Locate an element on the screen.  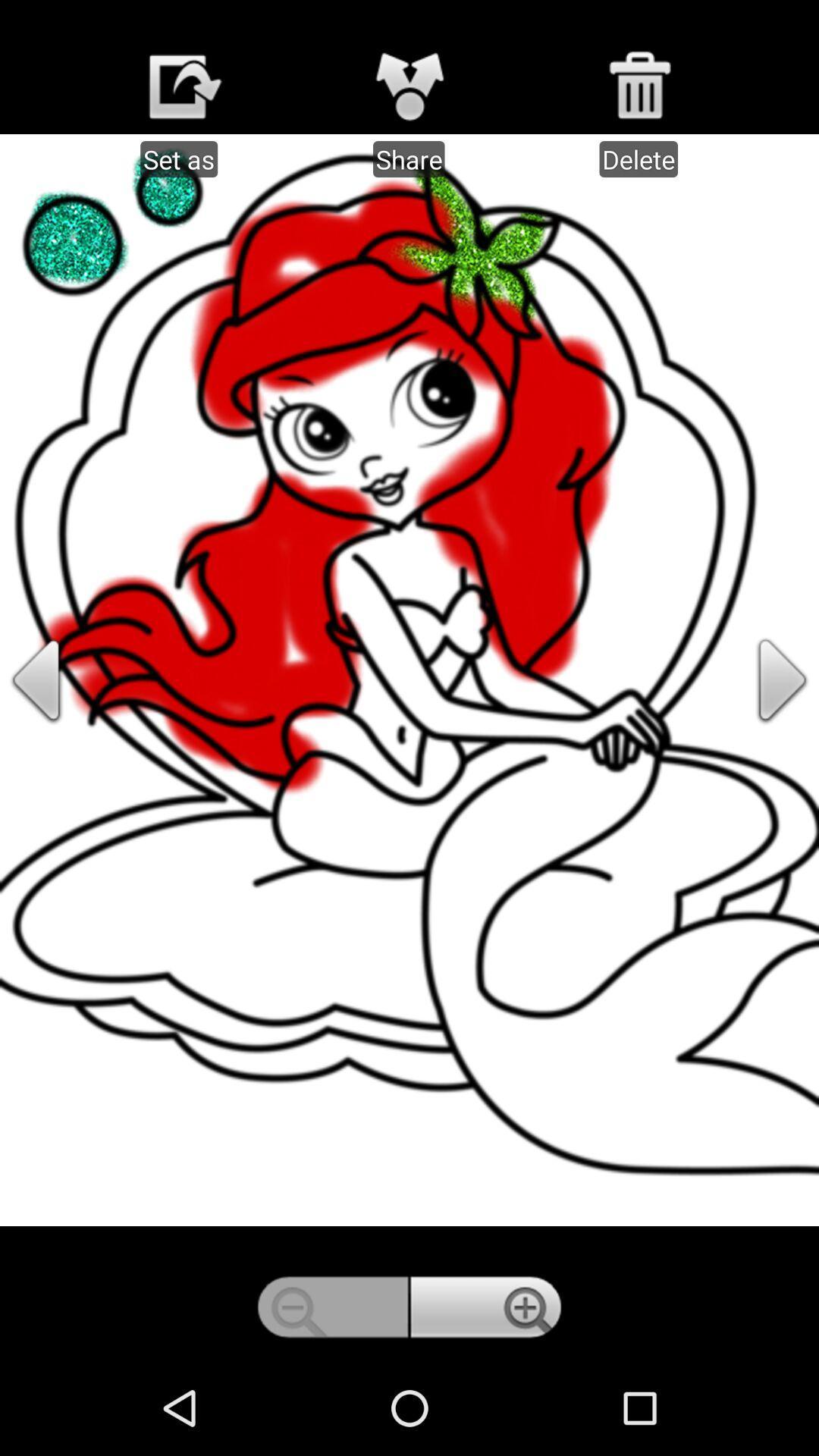
the play icon is located at coordinates (759, 726).